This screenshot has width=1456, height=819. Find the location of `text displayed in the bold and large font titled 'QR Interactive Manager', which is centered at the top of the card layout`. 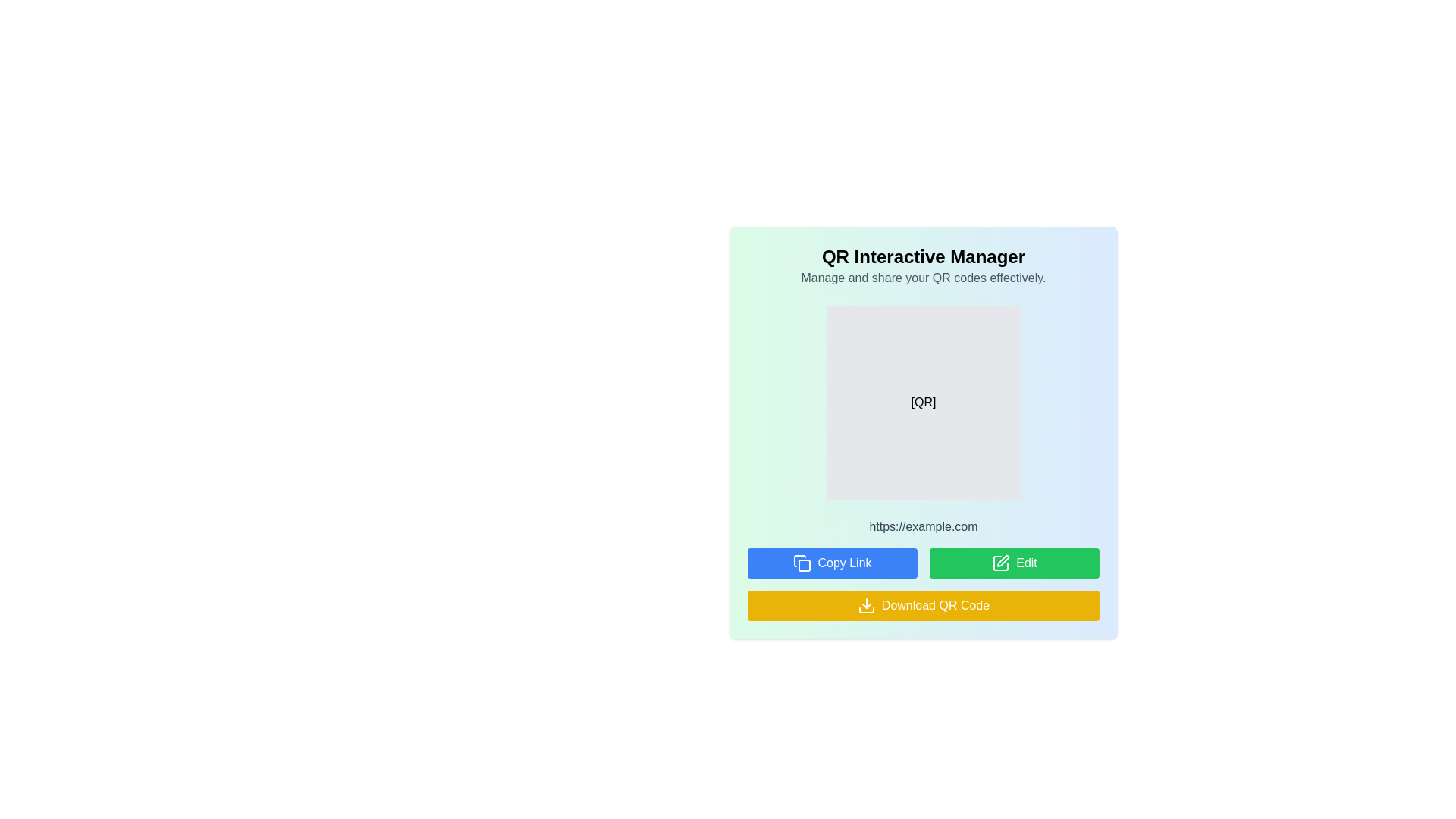

text displayed in the bold and large font titled 'QR Interactive Manager', which is centered at the top of the card layout is located at coordinates (923, 256).